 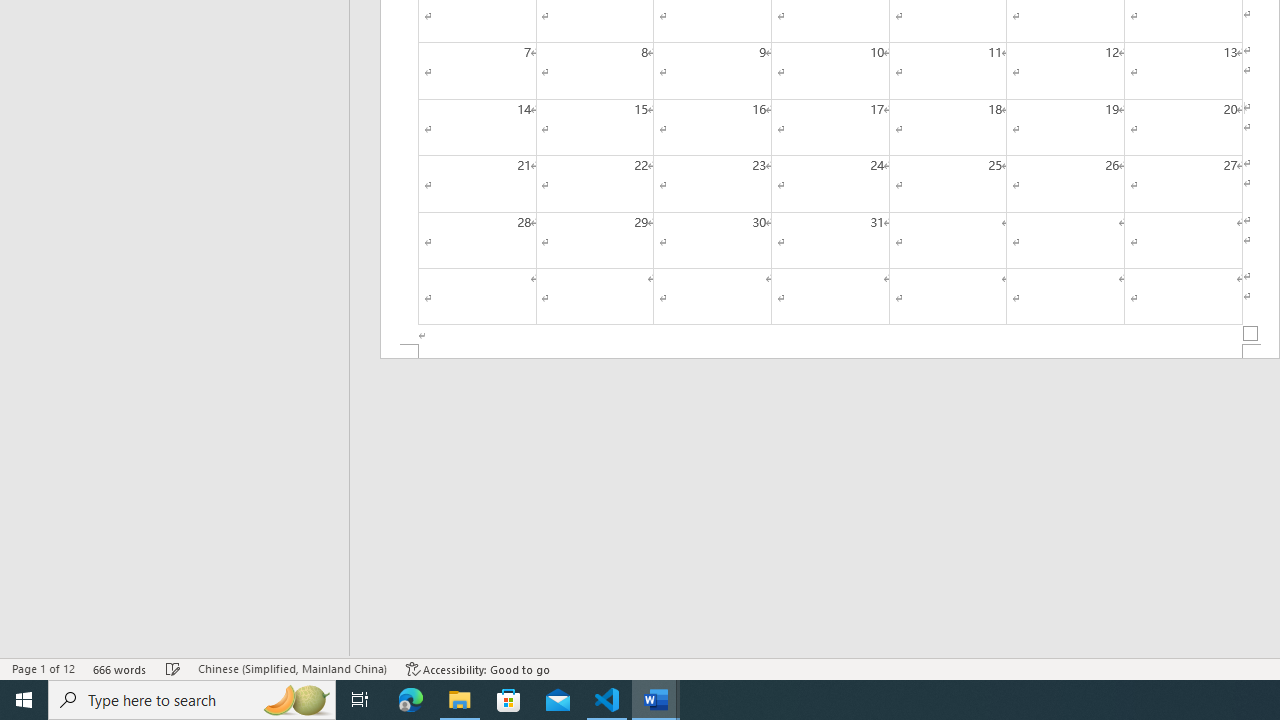 What do you see at coordinates (43, 669) in the screenshot?
I see `'Page Number Page 1 of 12'` at bounding box center [43, 669].